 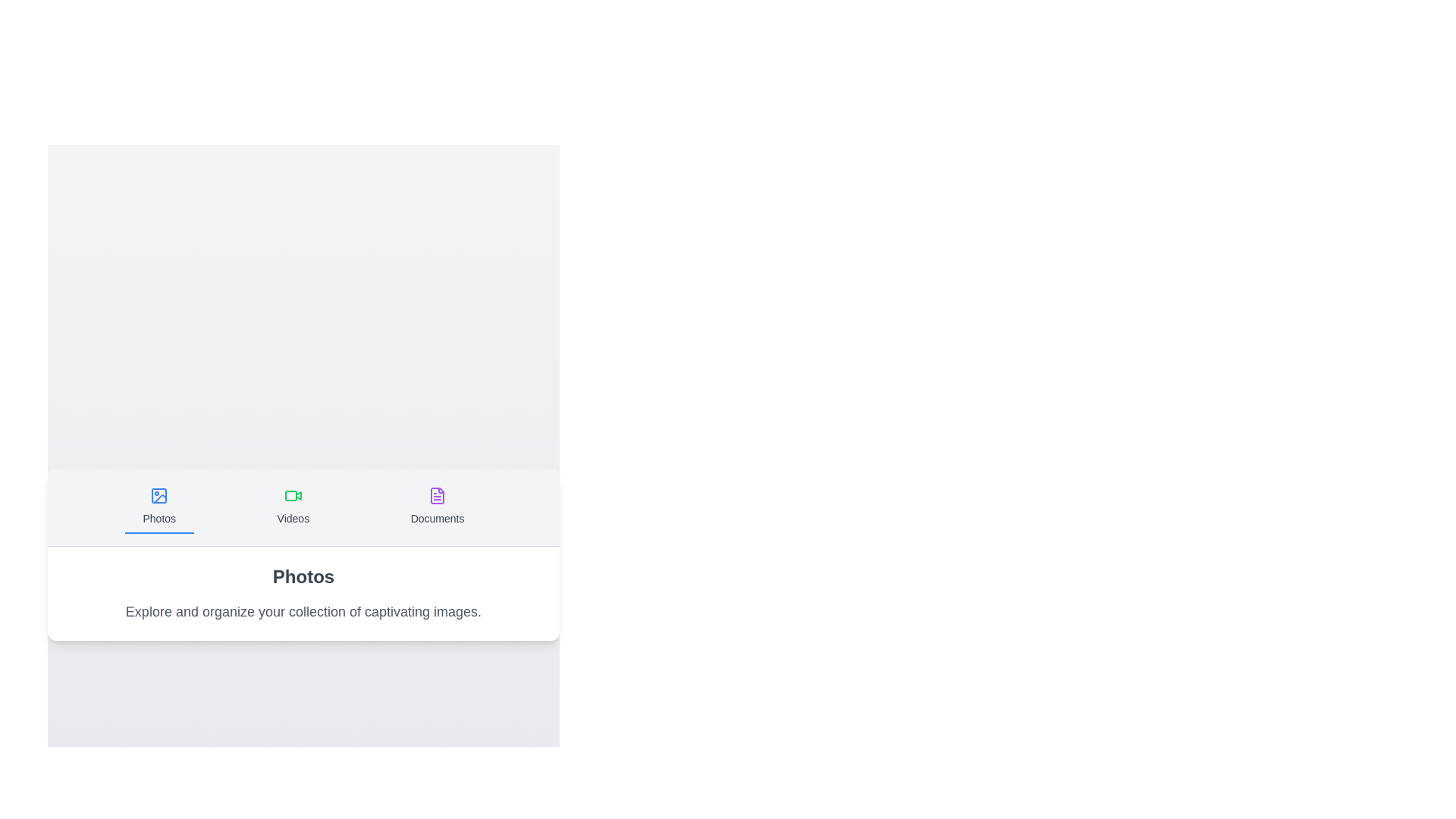 What do you see at coordinates (293, 507) in the screenshot?
I see `the tab labeled Videos` at bounding box center [293, 507].